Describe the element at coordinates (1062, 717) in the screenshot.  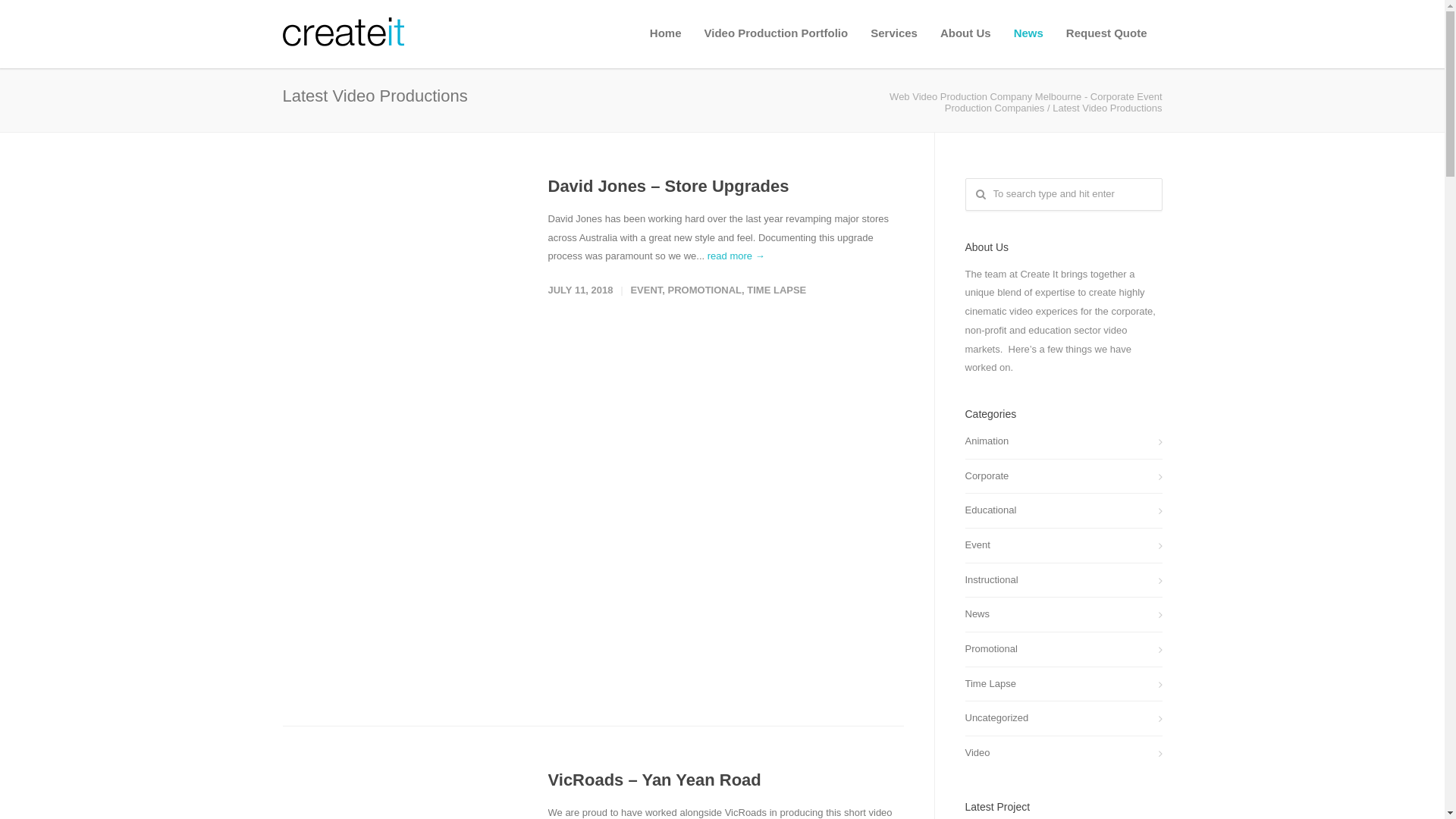
I see `'Uncategorized'` at that location.